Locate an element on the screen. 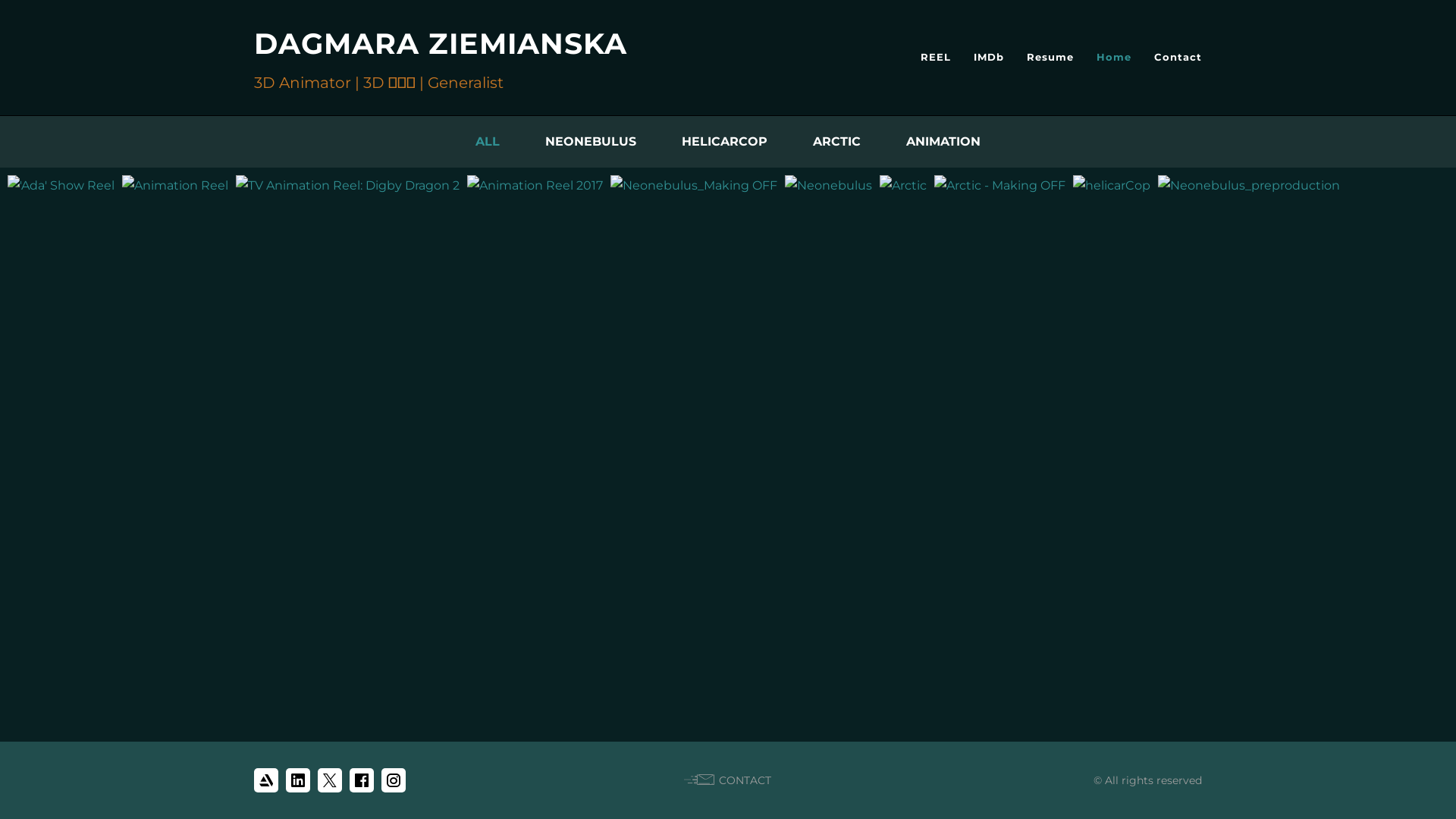 The image size is (1456, 819). 'Home' is located at coordinates (1113, 55).